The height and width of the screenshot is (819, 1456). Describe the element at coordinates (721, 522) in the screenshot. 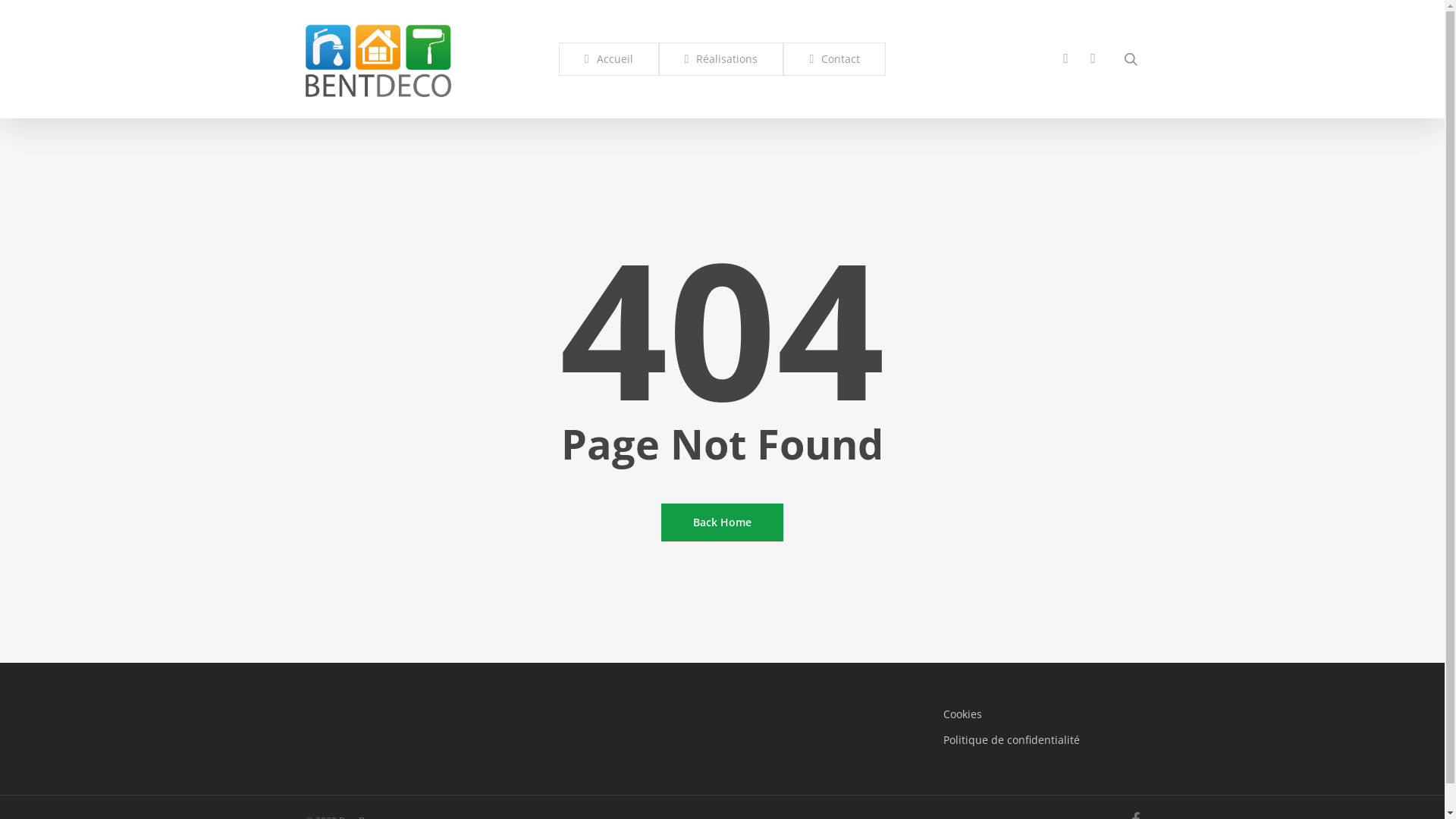

I see `'Back Home'` at that location.